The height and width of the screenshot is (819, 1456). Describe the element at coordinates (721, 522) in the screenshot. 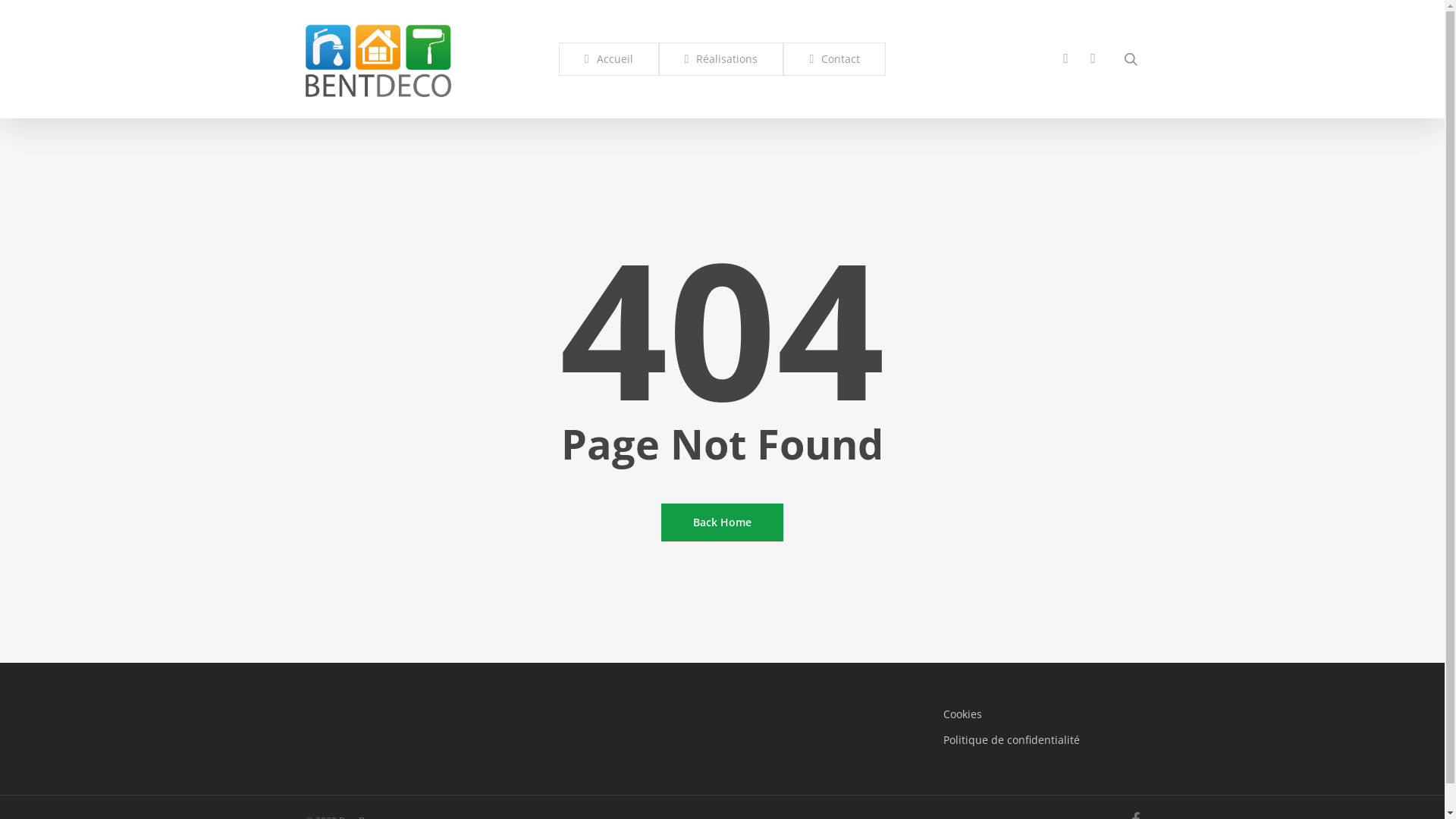

I see `'Back Home'` at that location.